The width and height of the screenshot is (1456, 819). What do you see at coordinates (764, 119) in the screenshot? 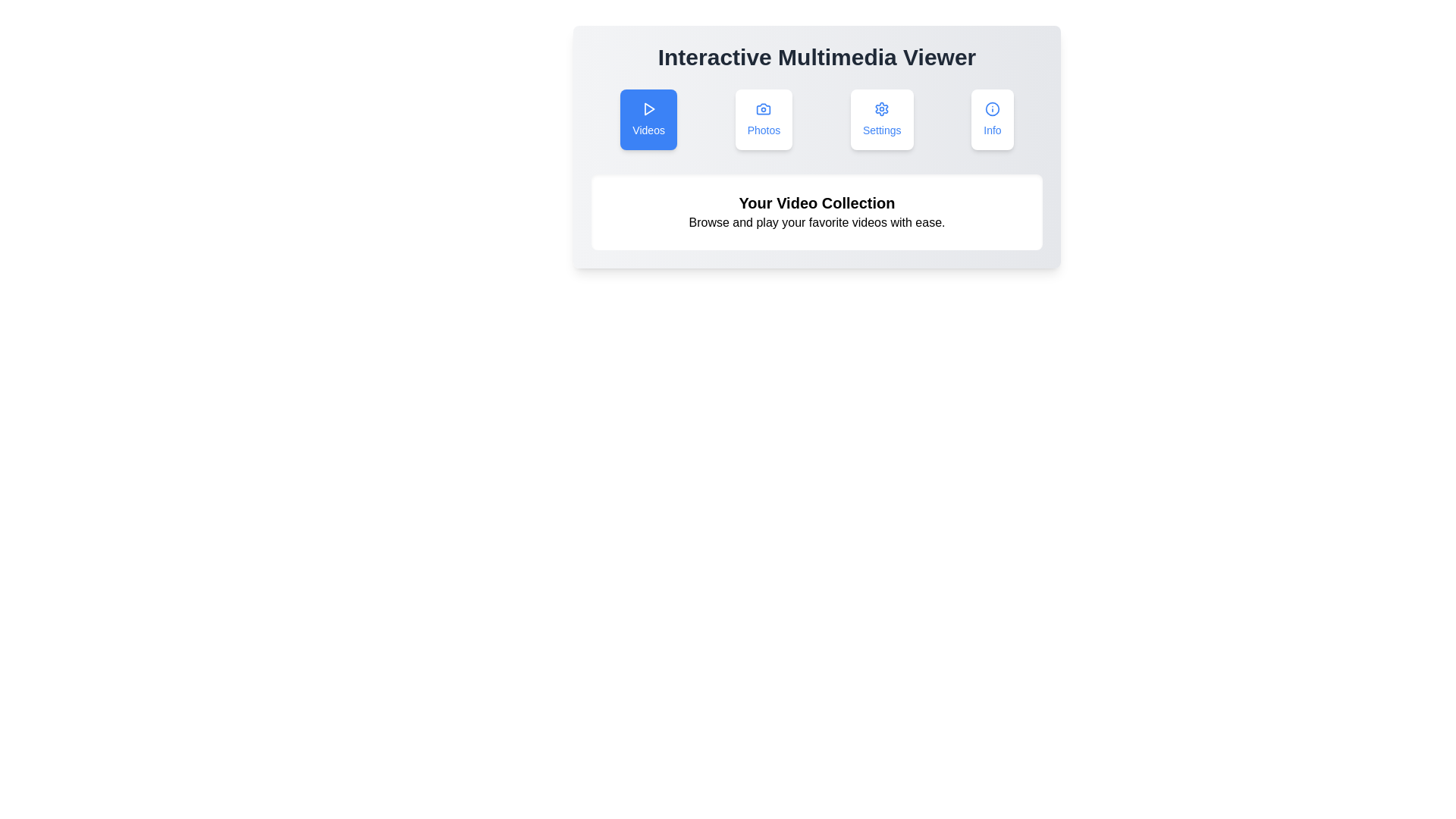
I see `the button labeled 'Photos', which has a white background, a blue camera icon, and blue text` at bounding box center [764, 119].